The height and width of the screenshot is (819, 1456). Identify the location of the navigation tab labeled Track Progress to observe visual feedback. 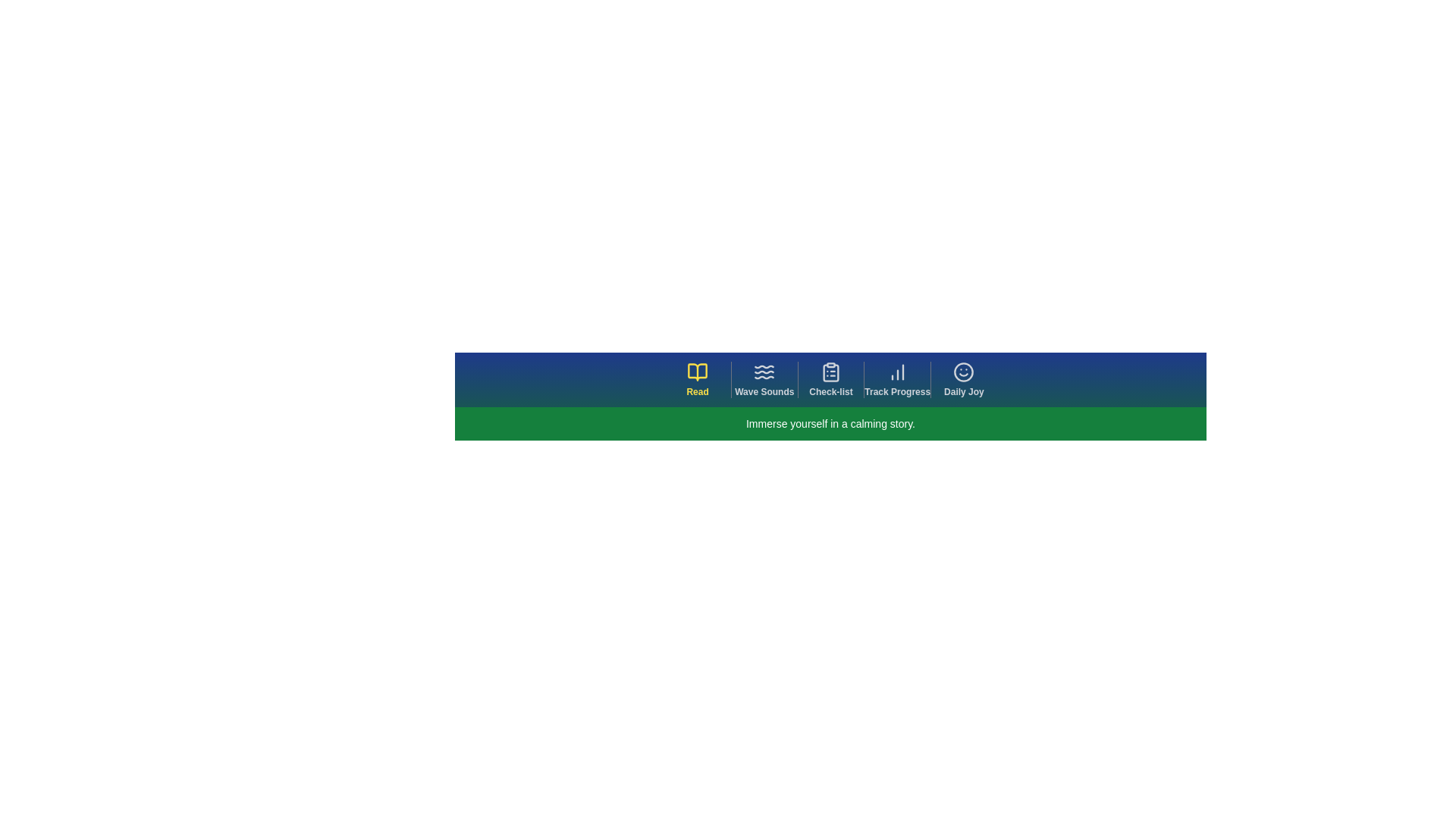
(896, 379).